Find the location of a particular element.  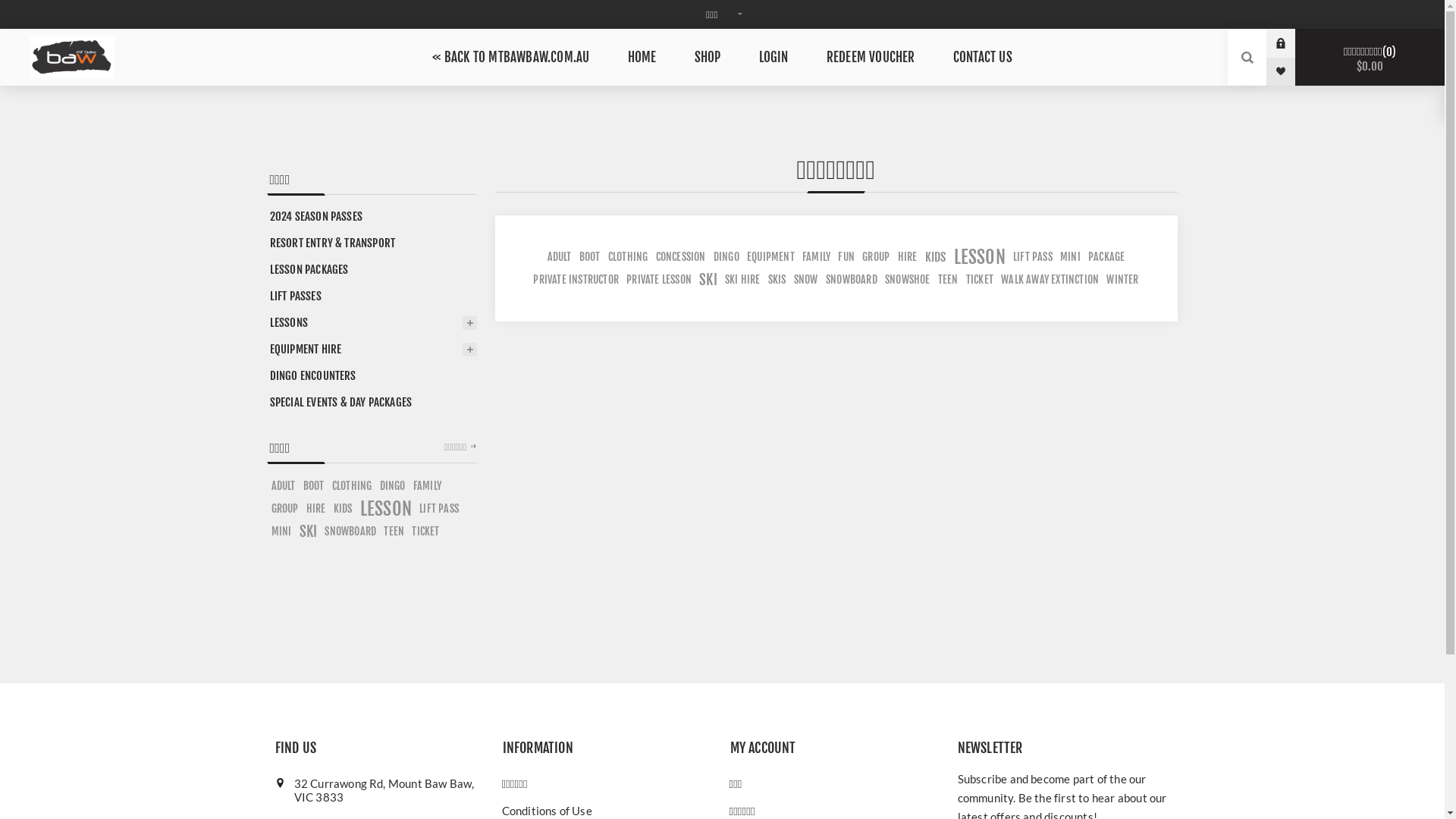

'CONTACT US' is located at coordinates (983, 56).